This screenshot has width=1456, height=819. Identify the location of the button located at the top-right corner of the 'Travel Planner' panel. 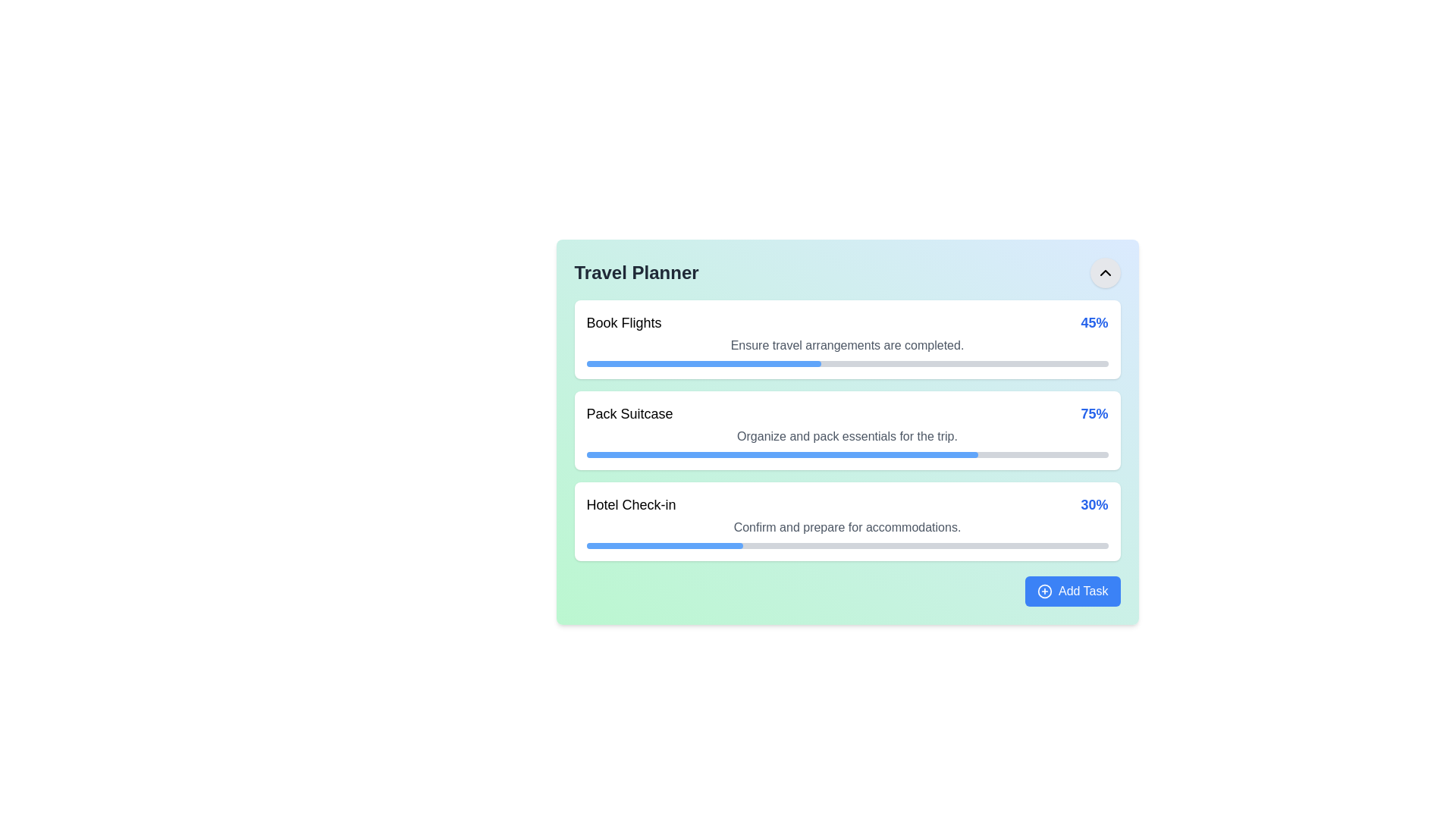
(1105, 271).